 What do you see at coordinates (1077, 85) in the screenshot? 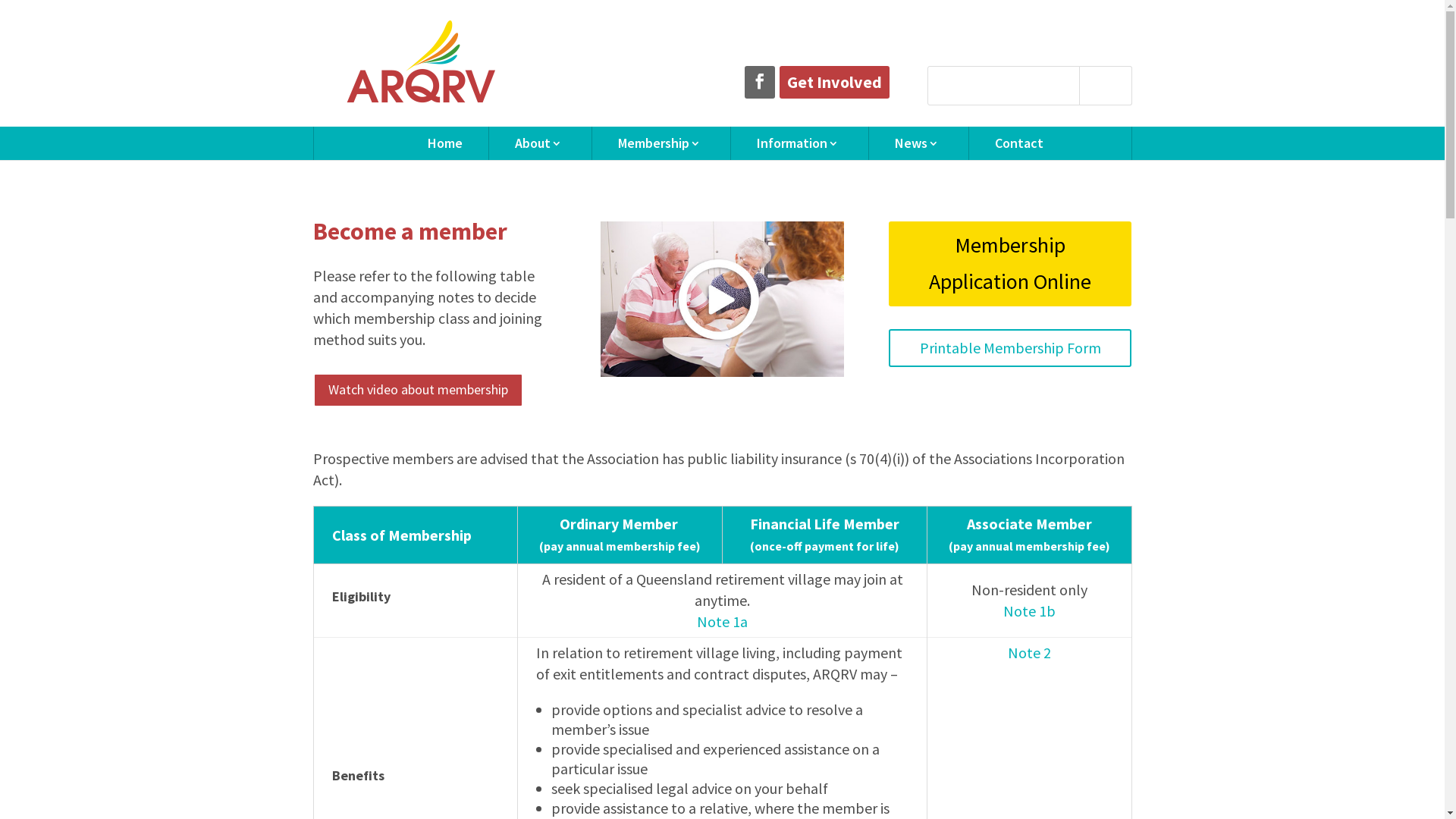
I see `'Search'` at bounding box center [1077, 85].